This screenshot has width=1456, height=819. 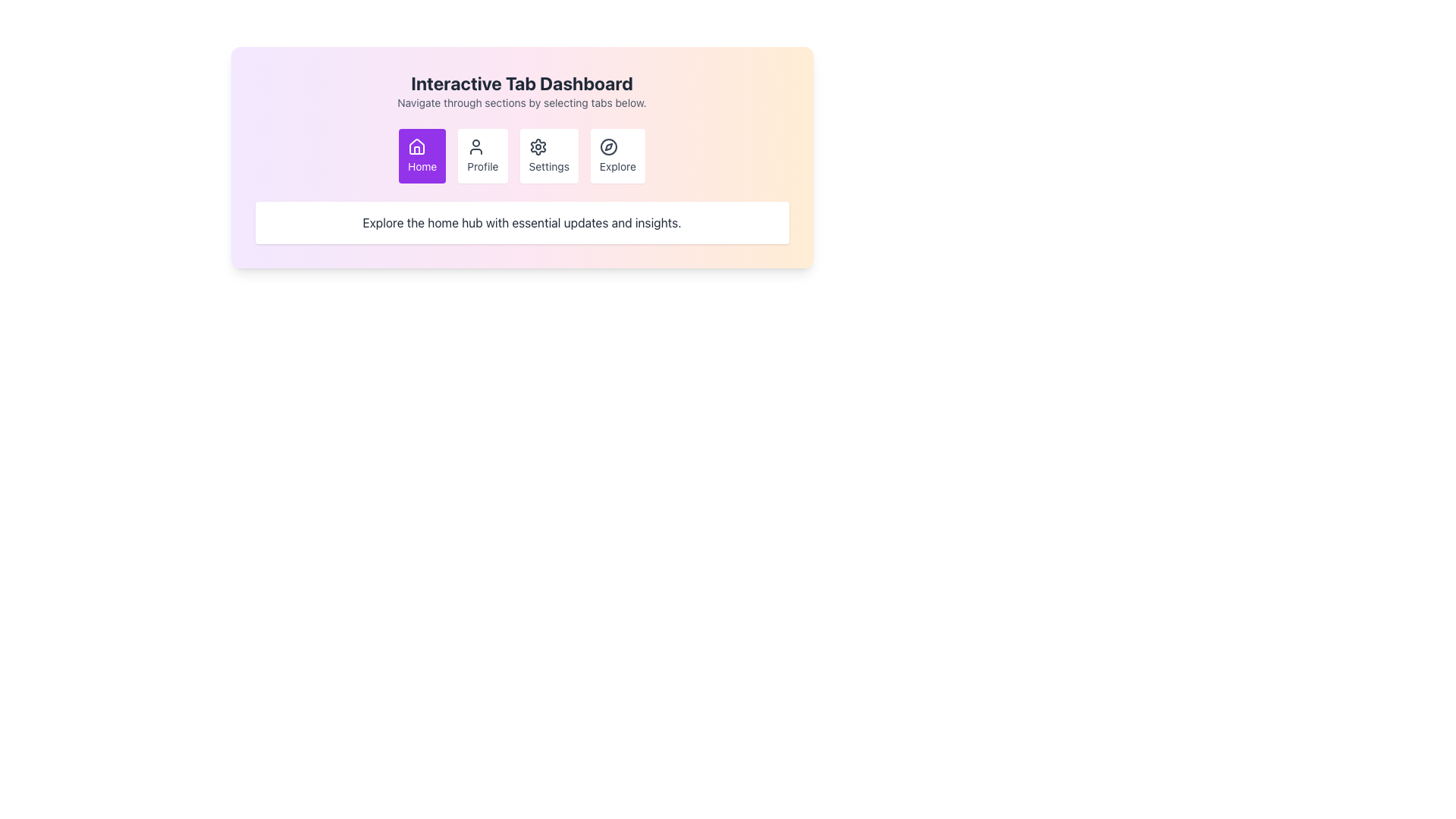 What do you see at coordinates (416, 146) in the screenshot?
I see `the 'Home' button icon, which is the first button from the left in the navigation options at the top-center of the interface` at bounding box center [416, 146].